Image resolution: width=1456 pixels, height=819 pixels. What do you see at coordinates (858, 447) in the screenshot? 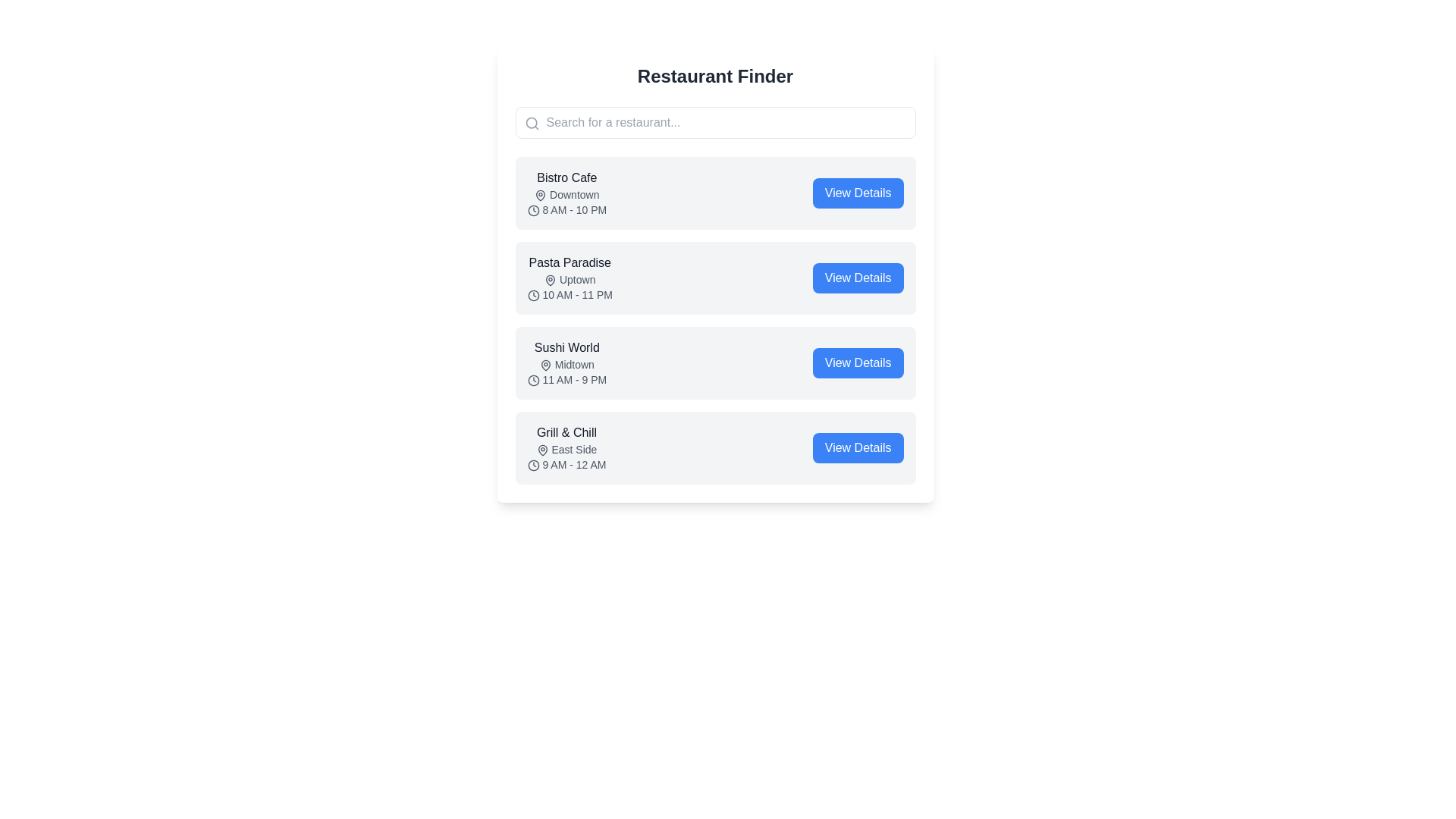
I see `the button located in the last listing of restaurant entries` at bounding box center [858, 447].